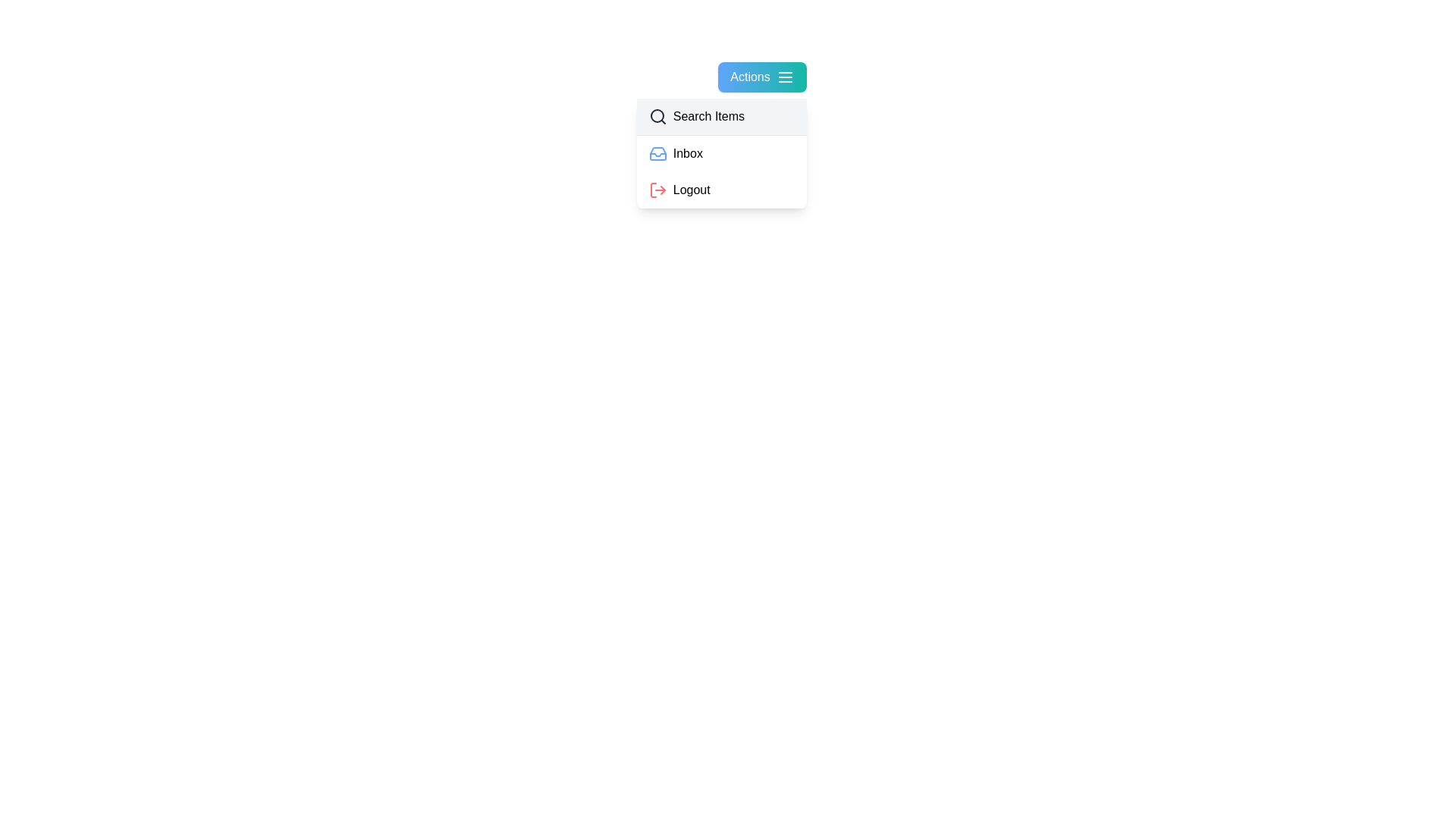 This screenshot has height=819, width=1456. Describe the element at coordinates (762, 77) in the screenshot. I see `the 'Actions' button to toggle the menu` at that location.